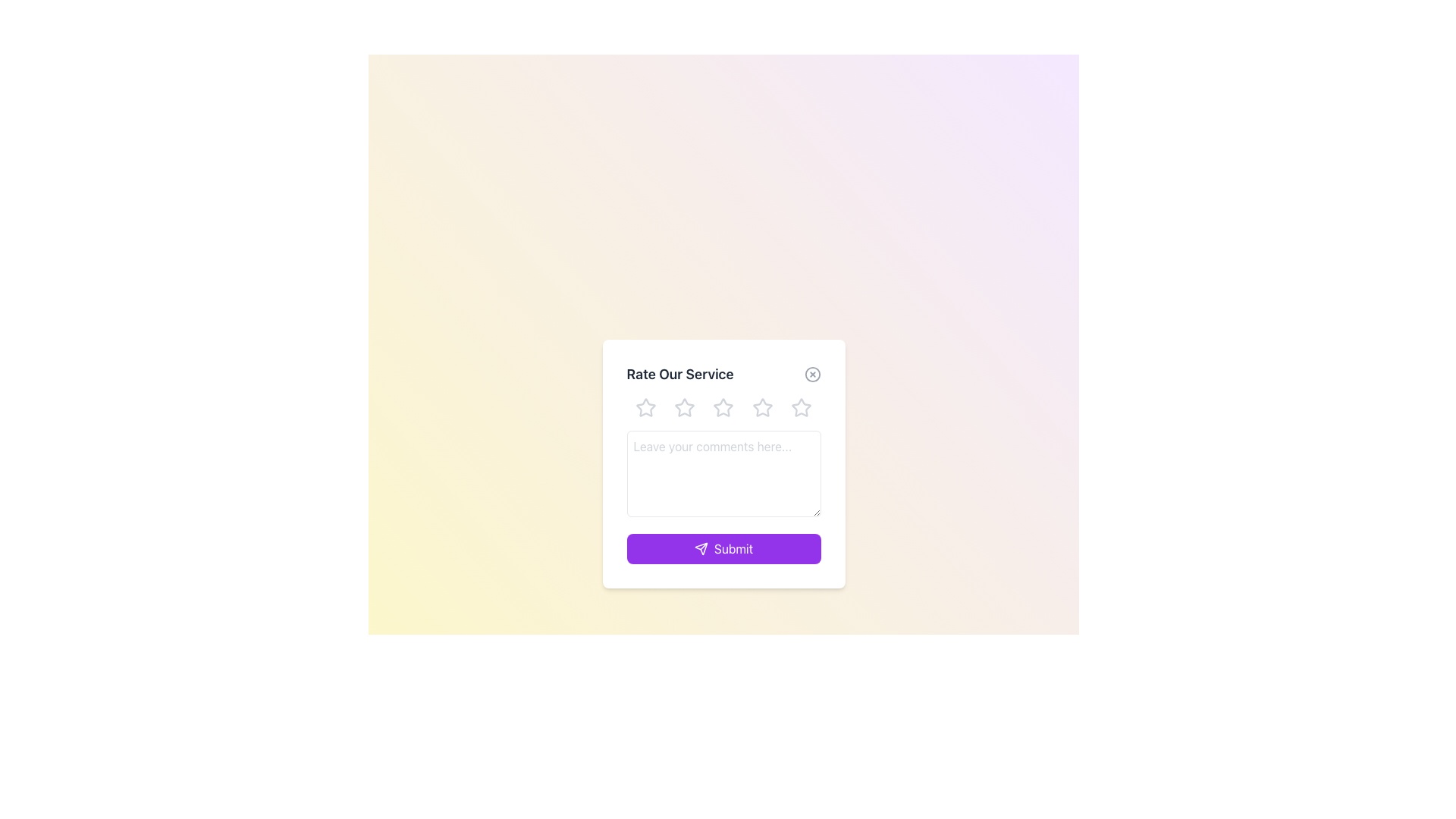 The width and height of the screenshot is (1456, 819). What do you see at coordinates (646, 406) in the screenshot?
I see `the first star icon in the horizontal row` at bounding box center [646, 406].